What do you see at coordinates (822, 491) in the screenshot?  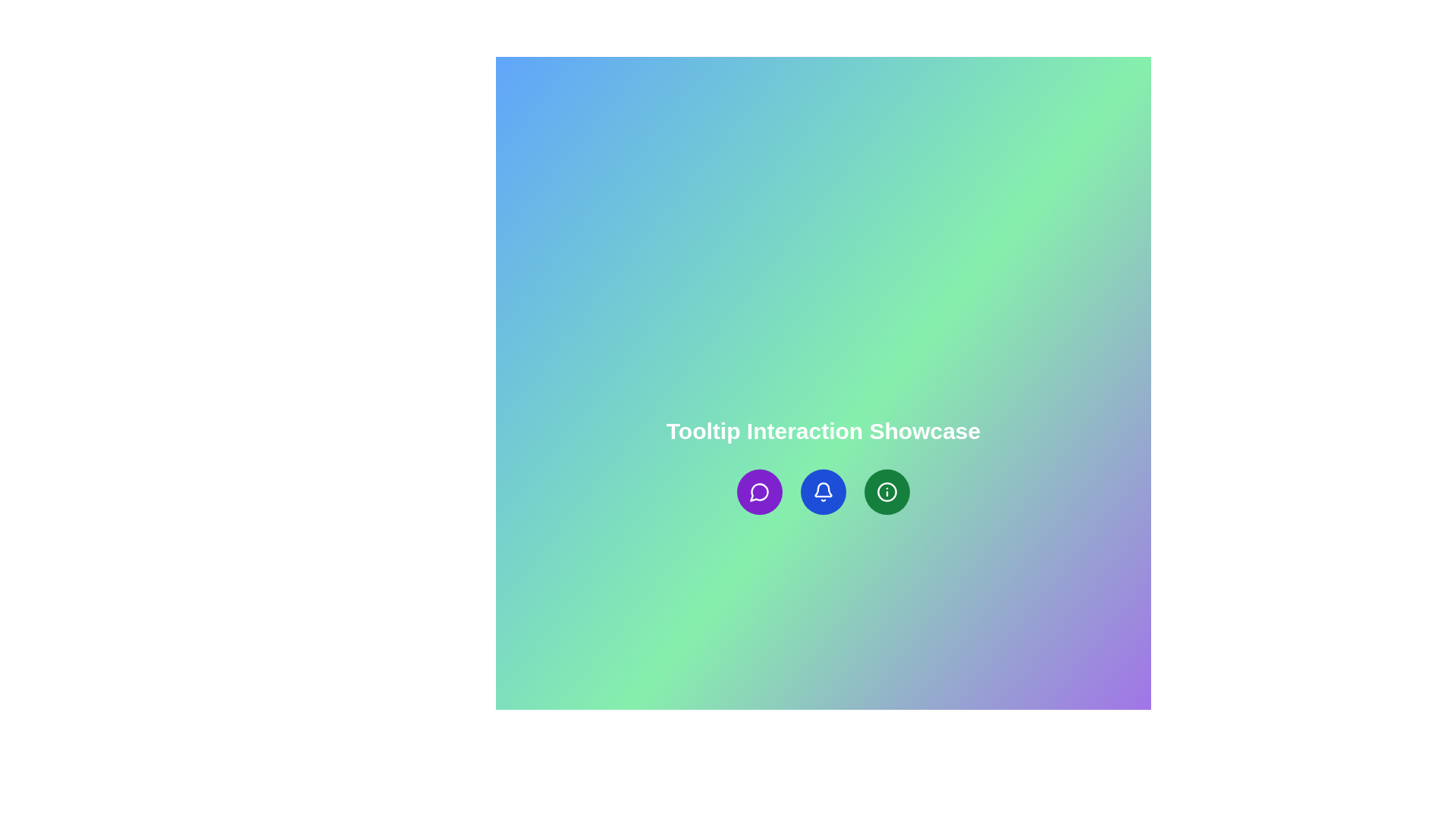 I see `the blue circular notification icon with a white bell symbol, which is the middle icon in a row of three, located directly beneath the 'Tooltip Interaction Showcase' heading` at bounding box center [822, 491].